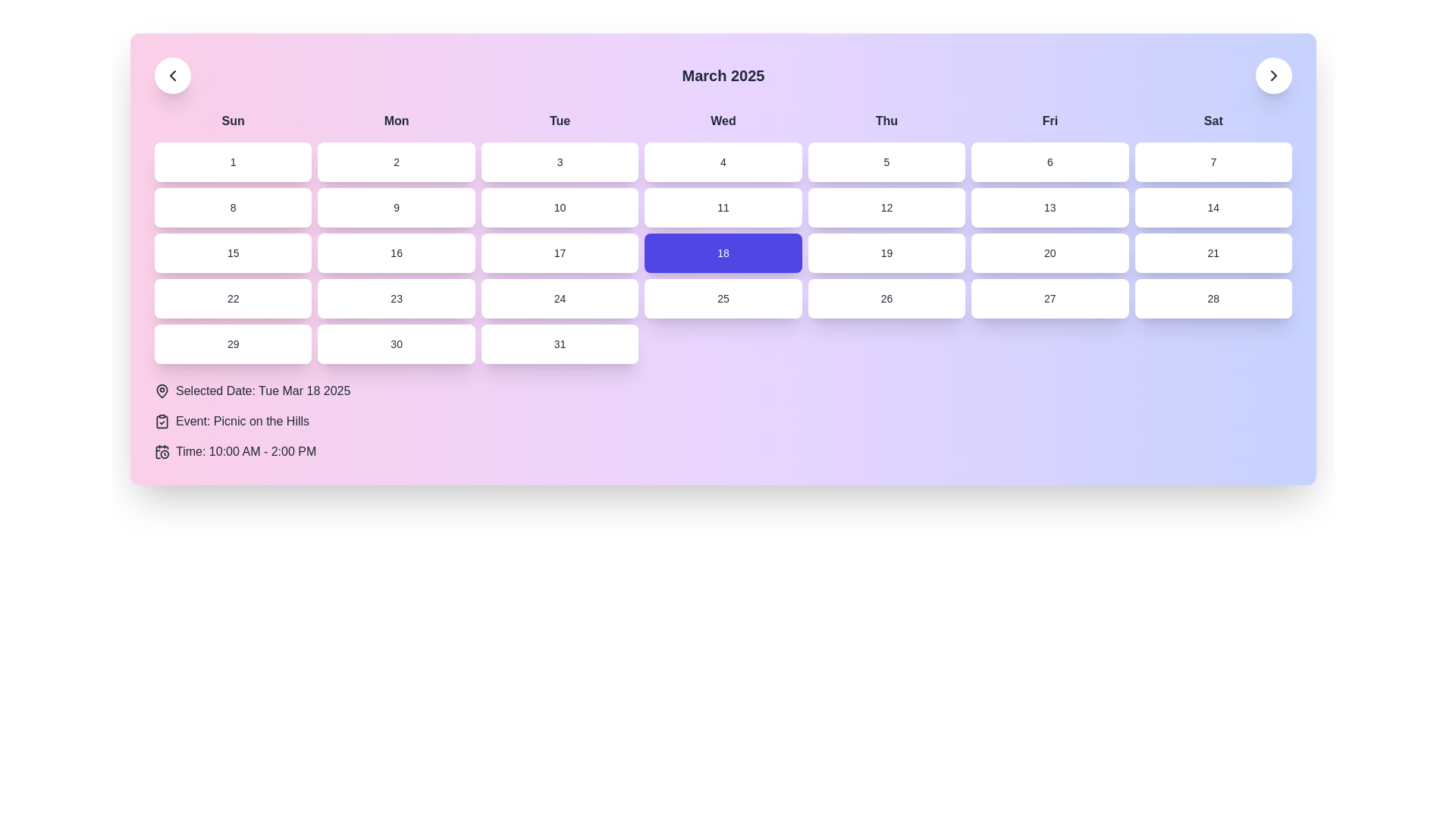 The height and width of the screenshot is (819, 1456). I want to click on the static label displaying 'Thu' in bold, black lettering, which is the fifth item in a row of weekday abbreviations above a calendar grid, so click(886, 120).